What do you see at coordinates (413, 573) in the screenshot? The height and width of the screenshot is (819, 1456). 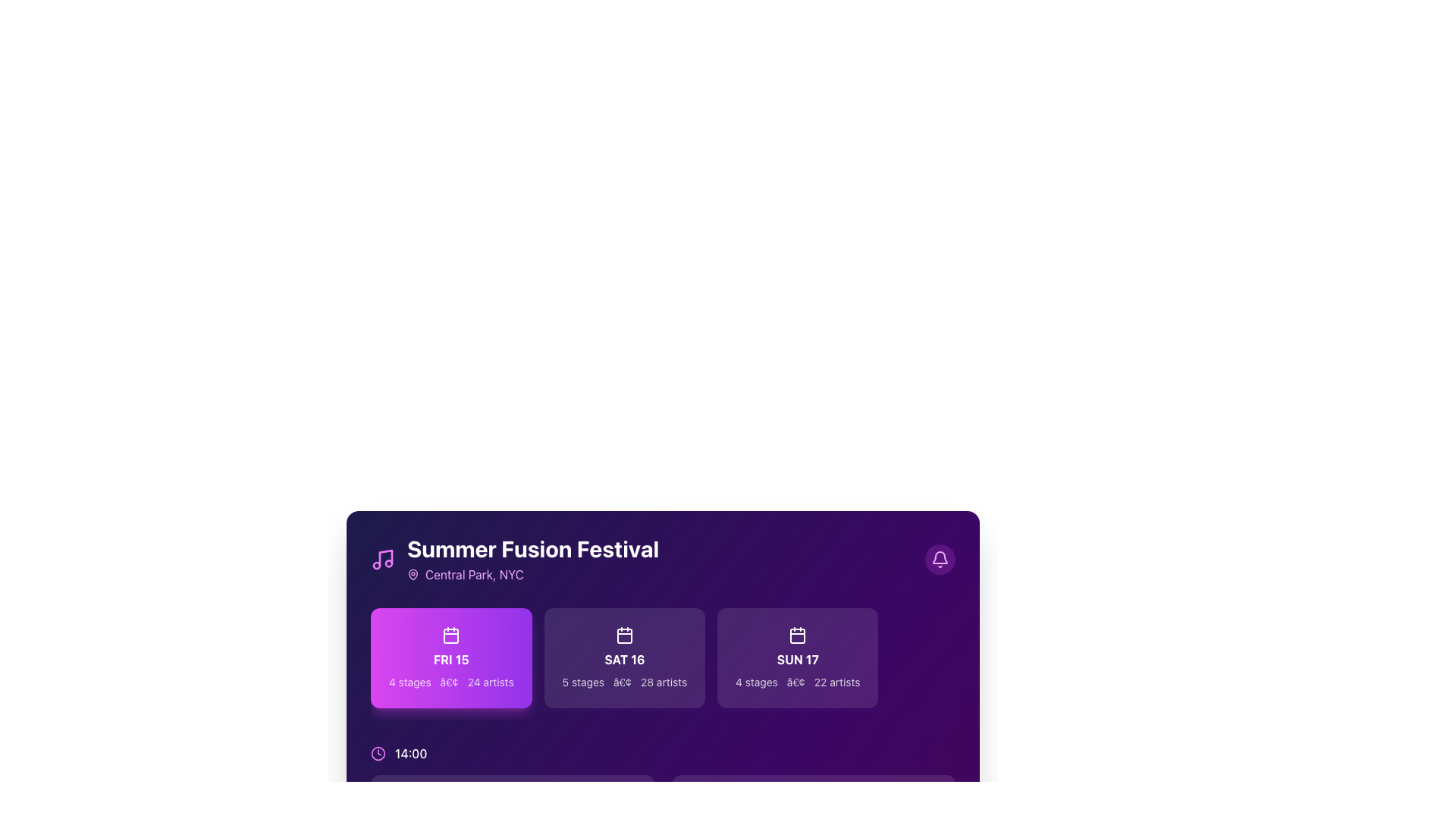 I see `the visual marker icon located to the left of the text 'Central Park, NYC,' under the title 'Summer Fusion Festival.'` at bounding box center [413, 573].